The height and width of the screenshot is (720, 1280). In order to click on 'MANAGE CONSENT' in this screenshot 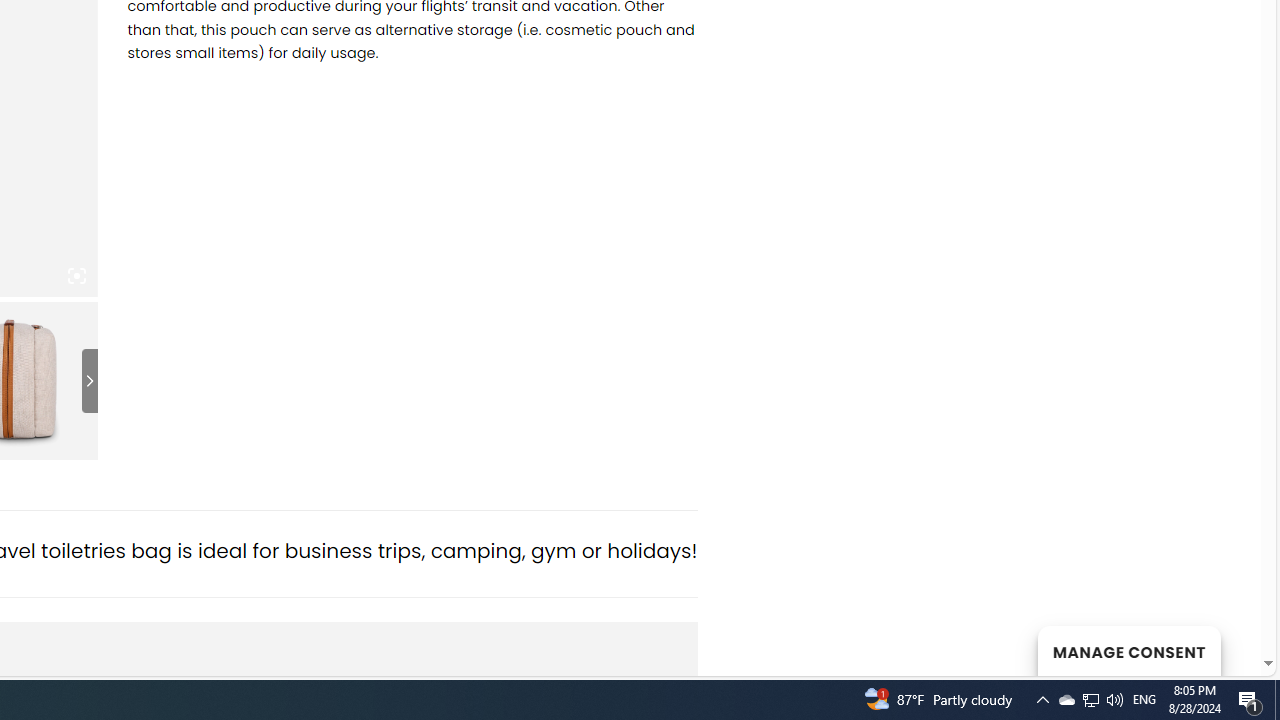, I will do `click(1128, 650)`.